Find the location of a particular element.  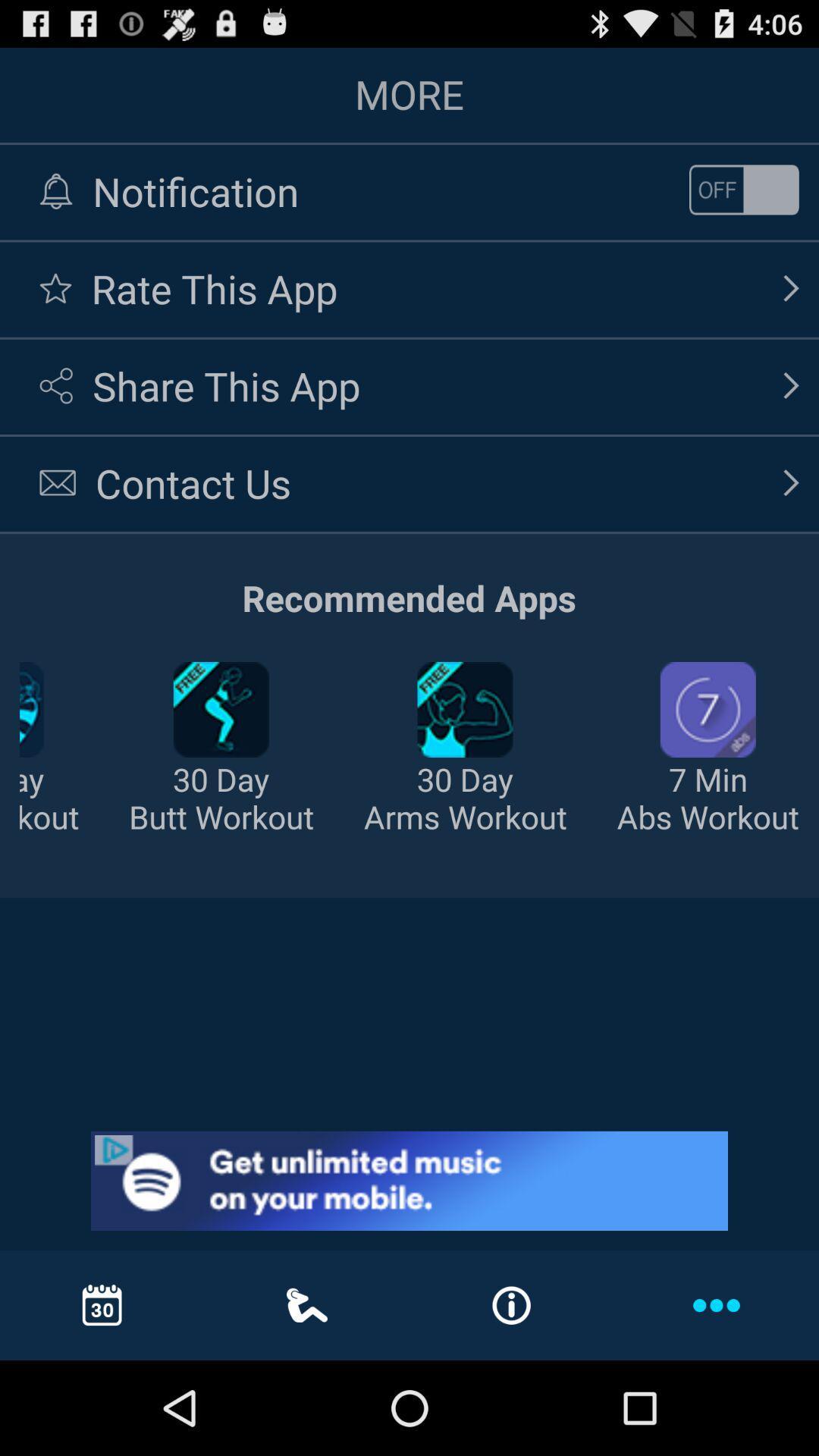

go off button is located at coordinates (743, 189).